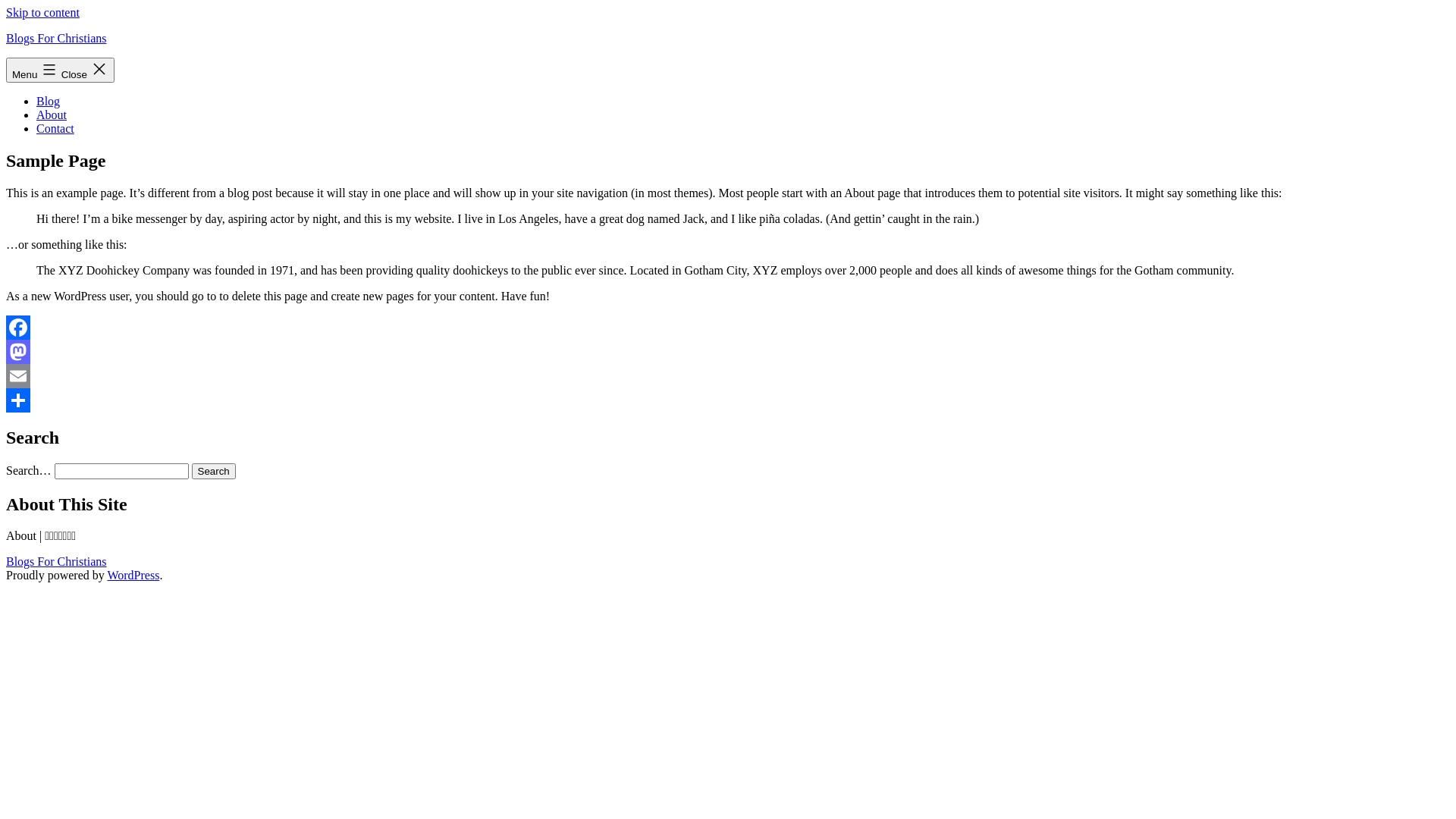  What do you see at coordinates (213, 470) in the screenshot?
I see `'Search'` at bounding box center [213, 470].